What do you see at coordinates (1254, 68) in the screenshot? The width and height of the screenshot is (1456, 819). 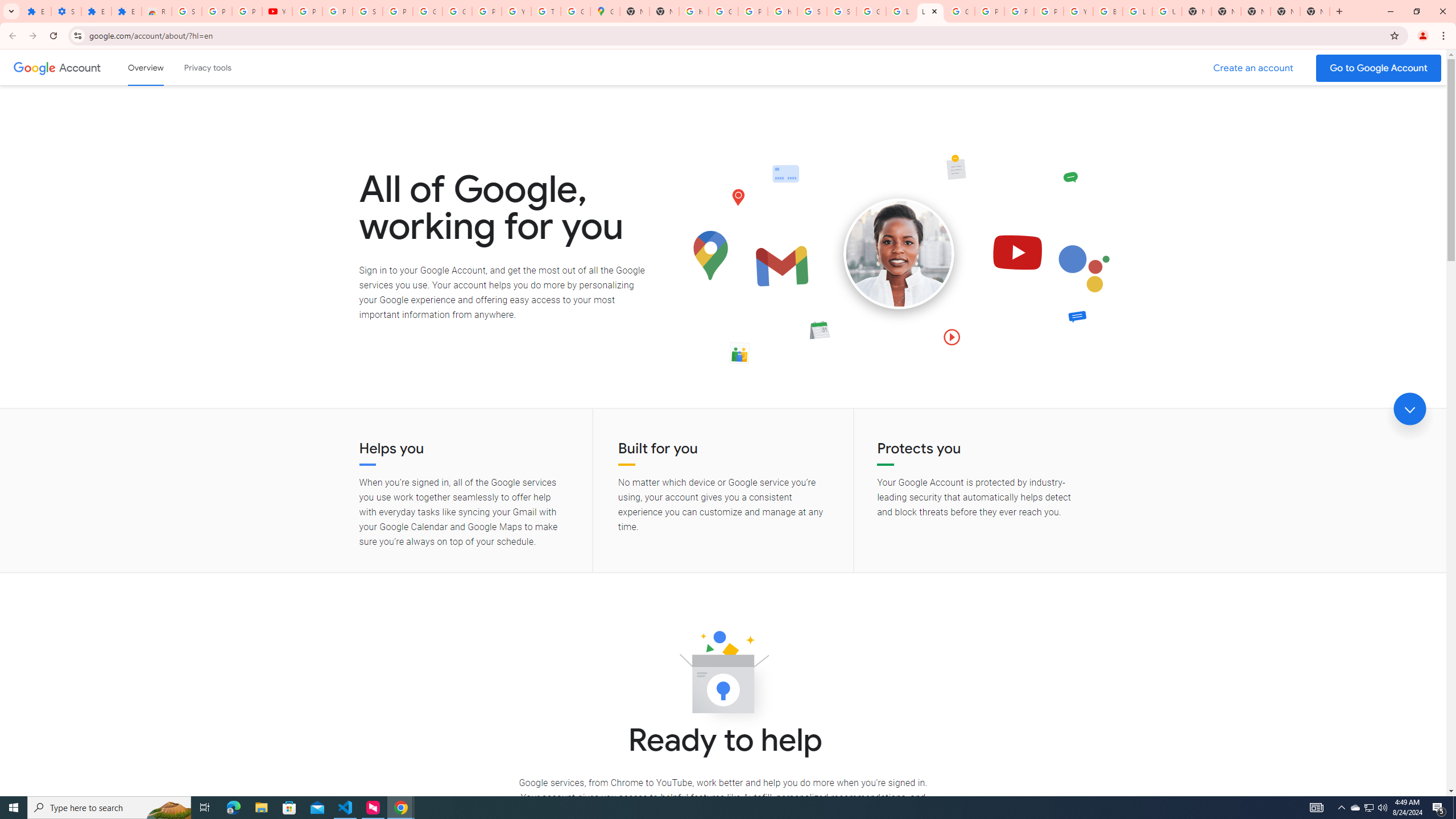 I see `'Create a Google Account'` at bounding box center [1254, 68].